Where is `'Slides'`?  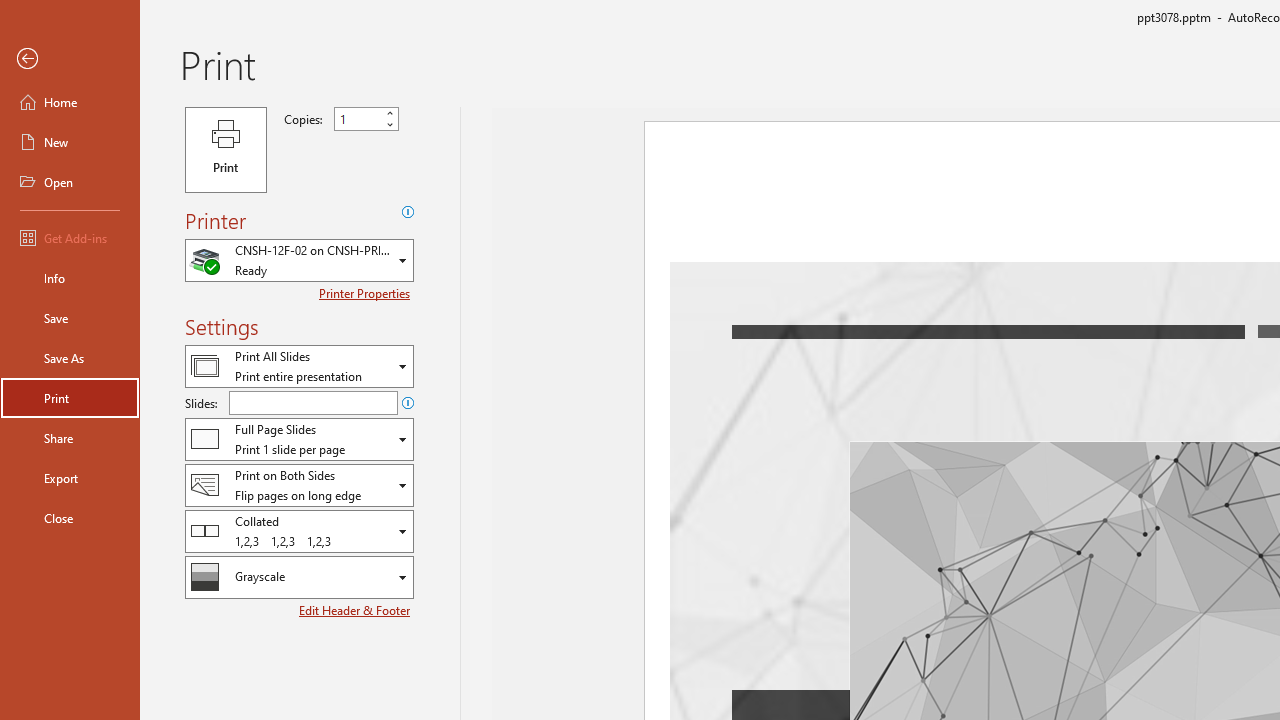
'Slides' is located at coordinates (312, 402).